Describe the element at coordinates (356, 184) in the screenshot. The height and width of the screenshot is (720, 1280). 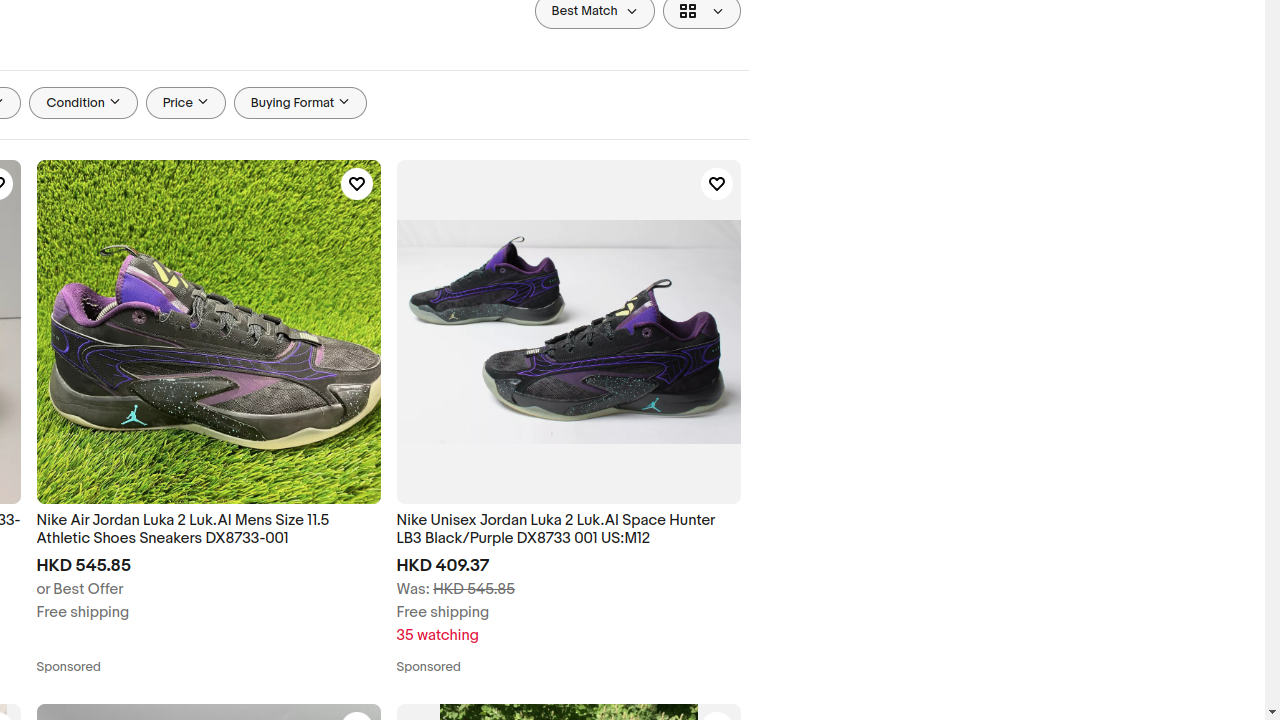
I see `'Click to watch item - Nike Air Jordan Luka 2 Luk.AI Mens Size 11.5 Athletic Shoes Sneakers DX8733-001'` at that location.